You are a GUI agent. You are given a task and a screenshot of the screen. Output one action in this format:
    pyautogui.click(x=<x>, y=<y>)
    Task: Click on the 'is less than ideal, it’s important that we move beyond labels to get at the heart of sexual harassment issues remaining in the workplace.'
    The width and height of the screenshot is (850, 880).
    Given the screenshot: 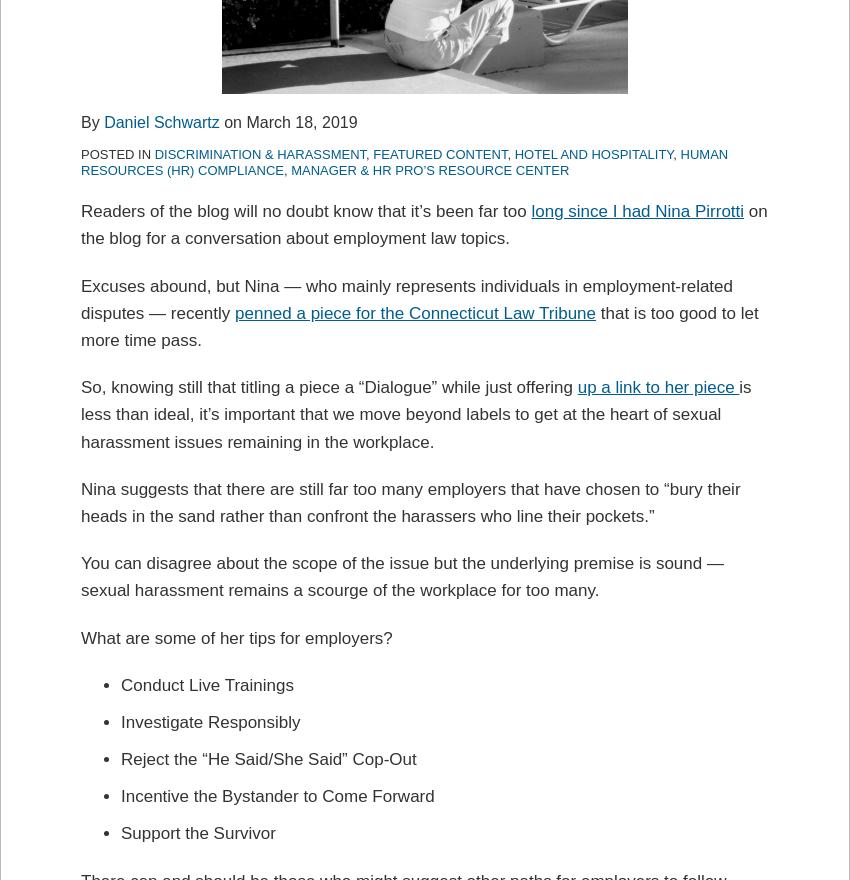 What is the action you would take?
    pyautogui.click(x=81, y=414)
    